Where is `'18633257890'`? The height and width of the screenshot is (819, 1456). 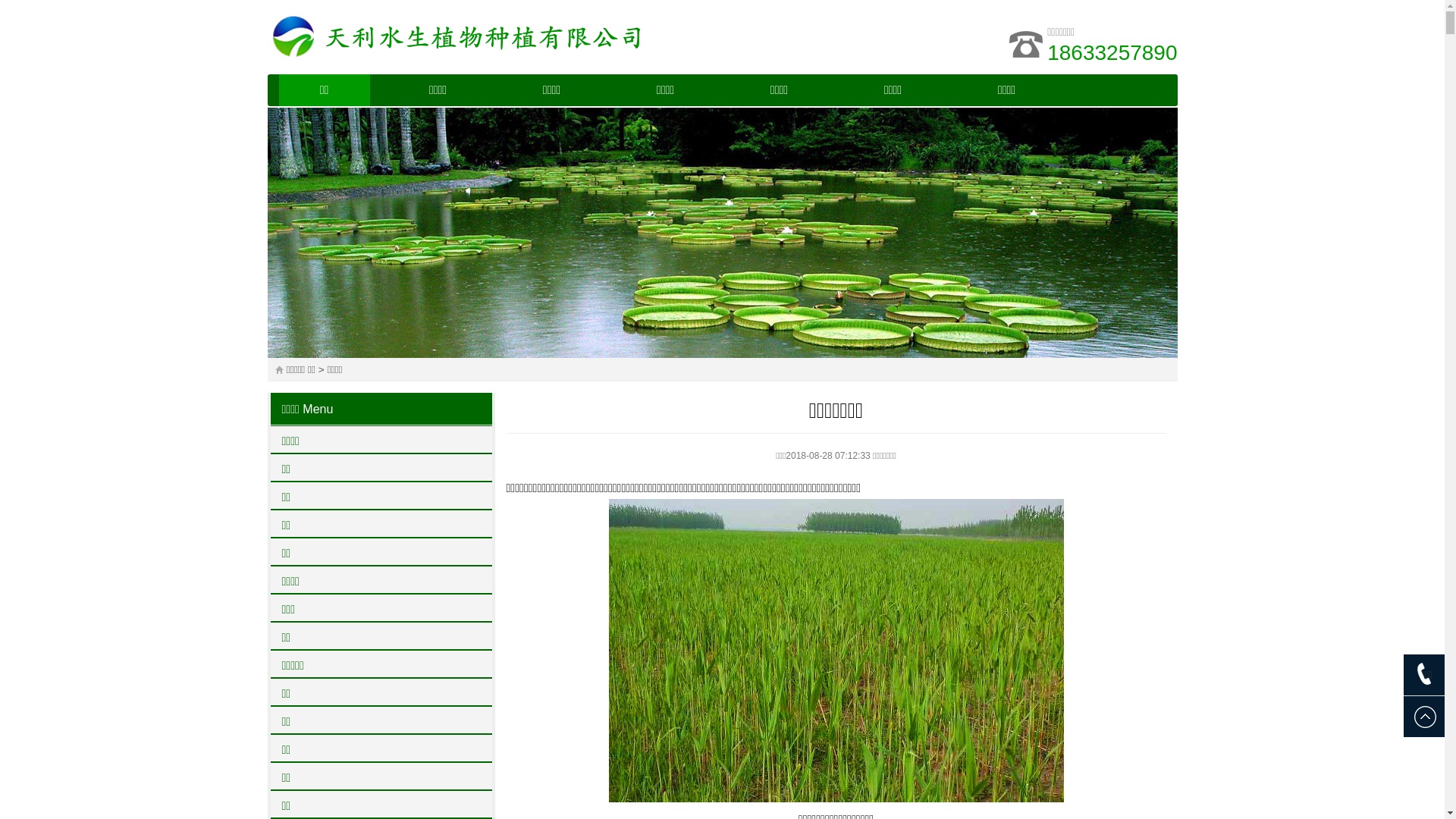
'18633257890' is located at coordinates (1046, 52).